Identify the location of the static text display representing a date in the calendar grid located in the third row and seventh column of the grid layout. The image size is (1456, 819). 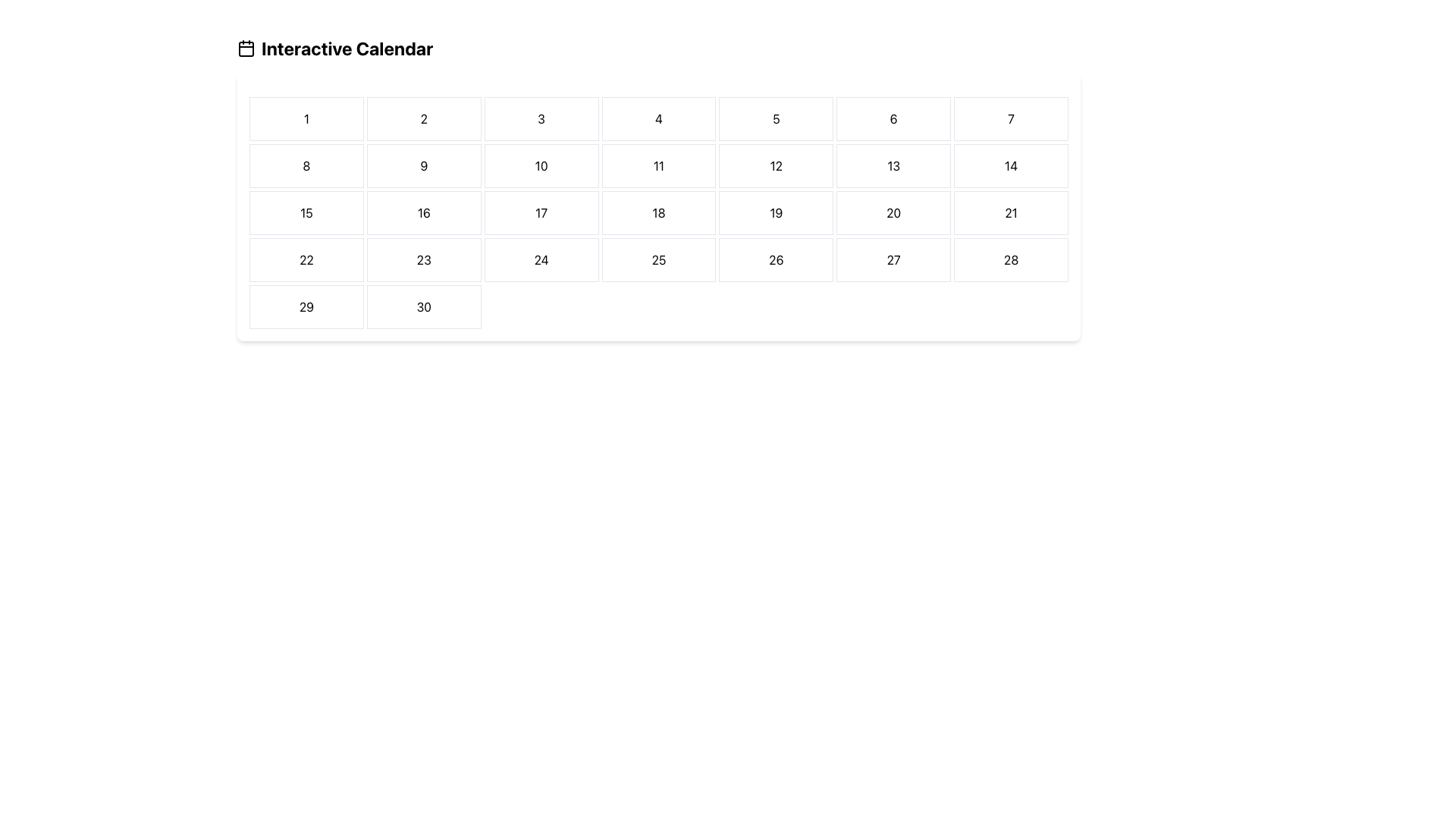
(1011, 213).